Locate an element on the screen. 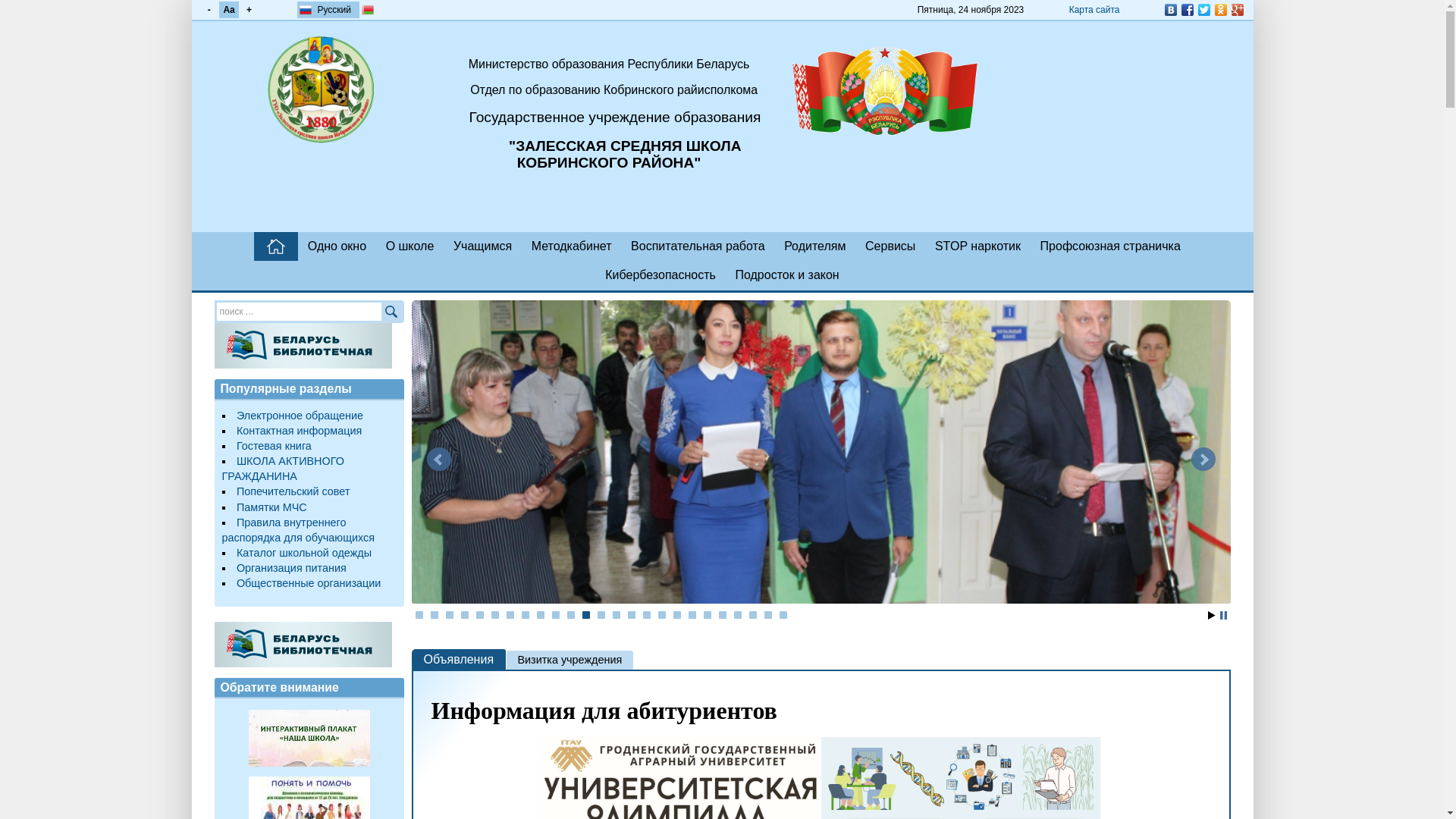 The image size is (1456, 819). '14' is located at coordinates (616, 614).